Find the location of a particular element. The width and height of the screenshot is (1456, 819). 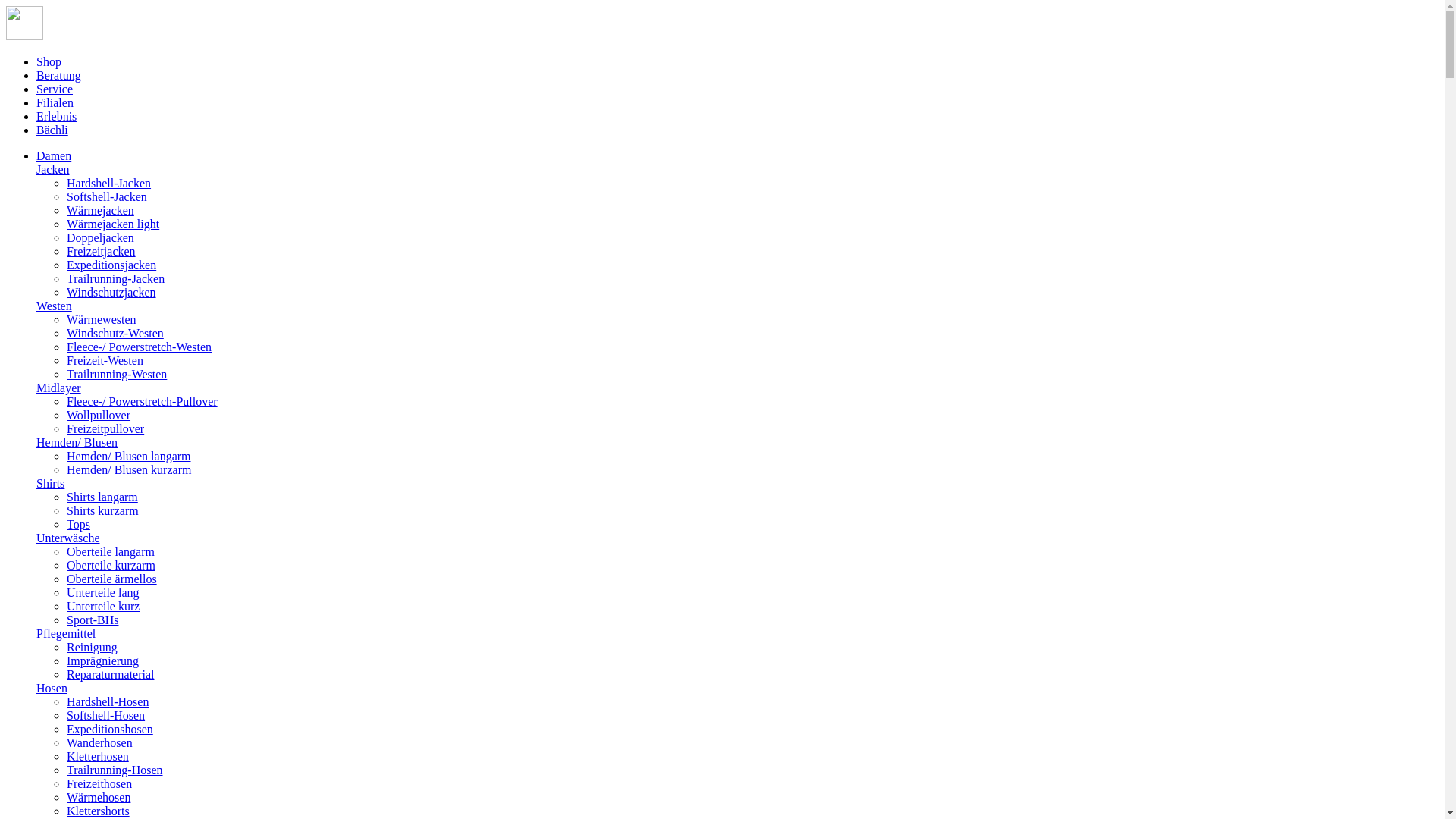

'Reinigung' is located at coordinates (91, 647).